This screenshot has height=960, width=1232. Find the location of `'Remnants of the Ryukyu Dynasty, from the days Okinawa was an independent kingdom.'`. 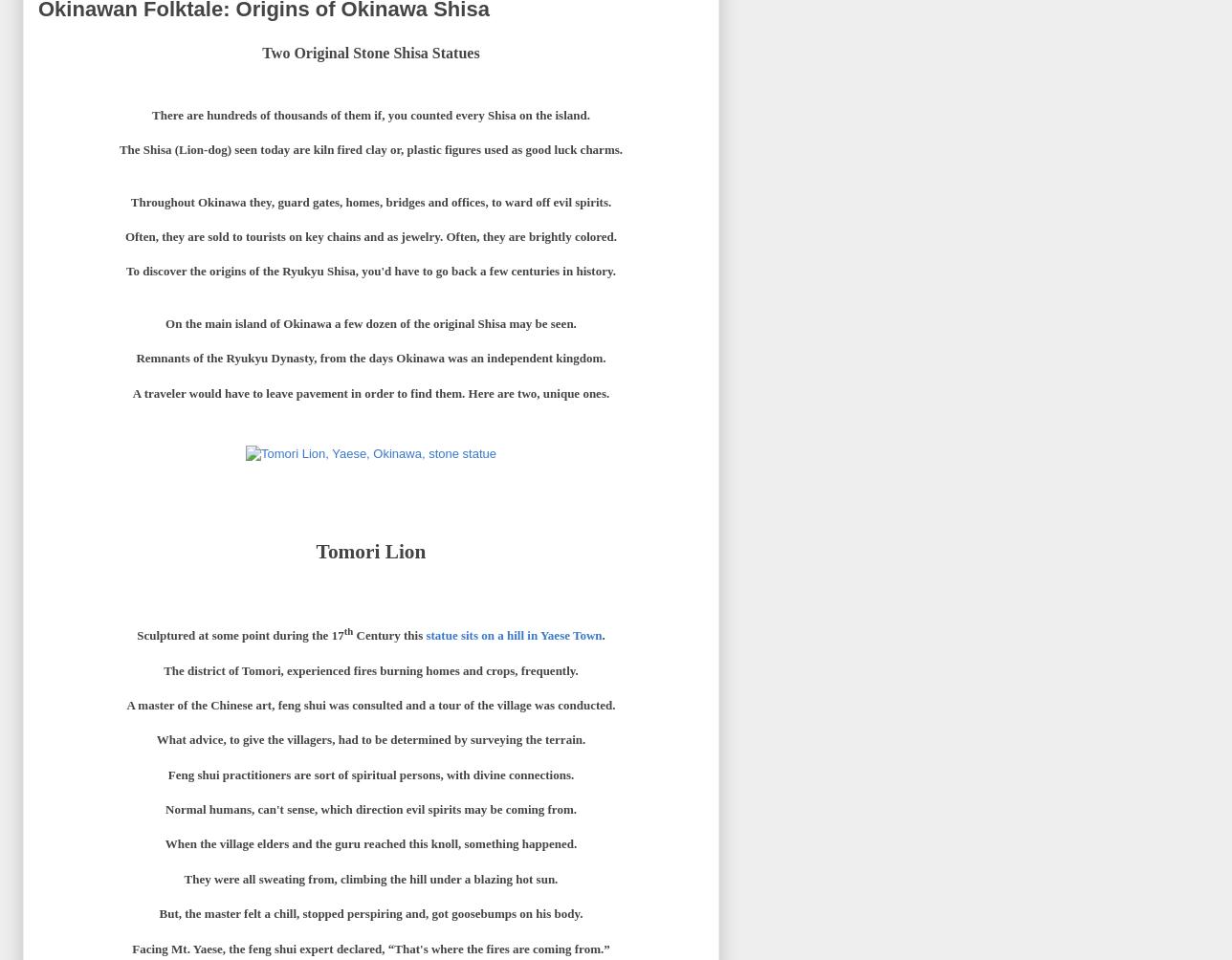

'Remnants of the Ryukyu Dynasty, from the days Okinawa was an independent kingdom.' is located at coordinates (370, 358).